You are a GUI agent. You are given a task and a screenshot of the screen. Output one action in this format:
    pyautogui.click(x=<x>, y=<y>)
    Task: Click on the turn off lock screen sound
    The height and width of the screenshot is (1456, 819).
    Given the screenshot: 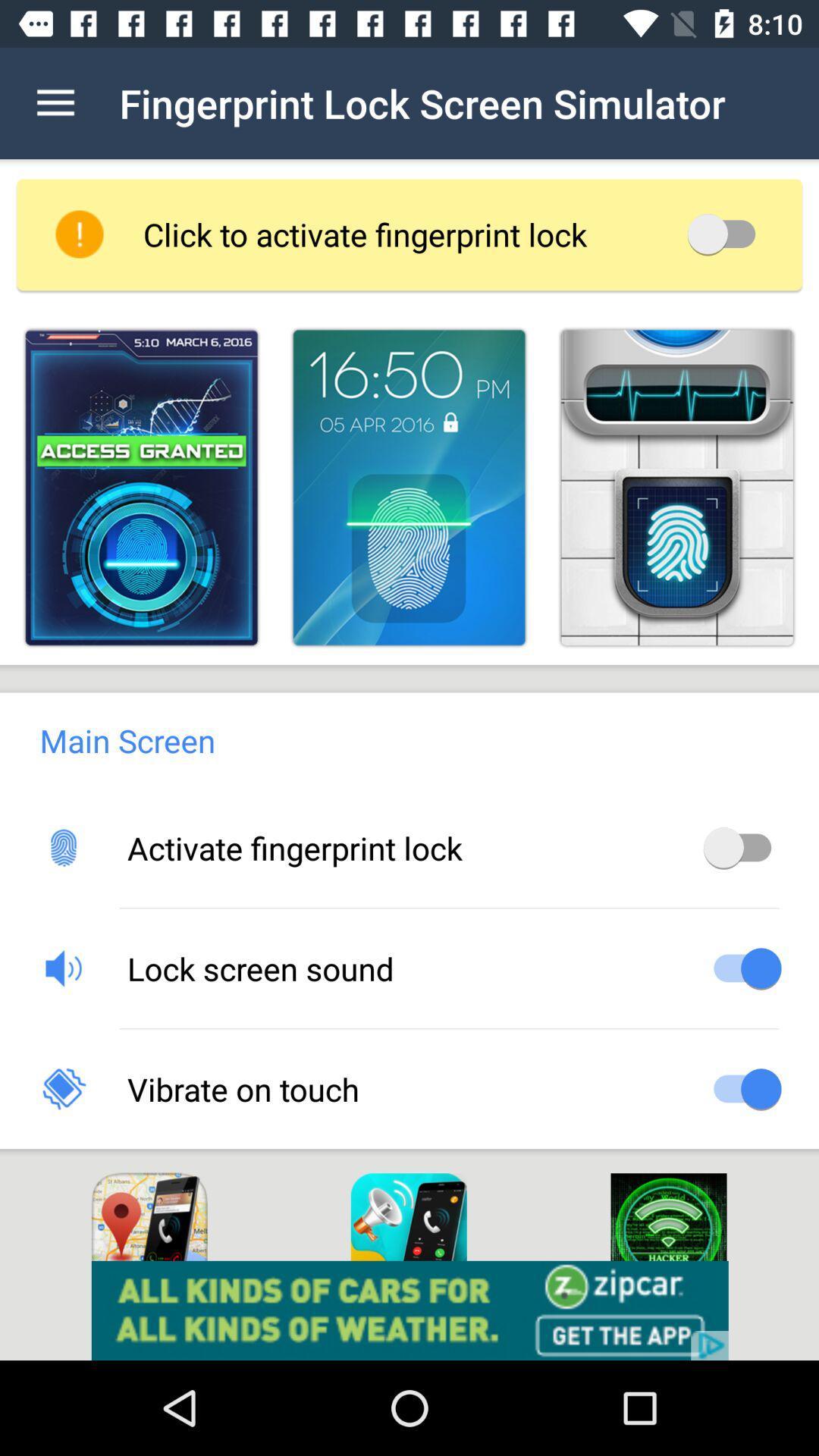 What is the action you would take?
    pyautogui.click(x=742, y=967)
    